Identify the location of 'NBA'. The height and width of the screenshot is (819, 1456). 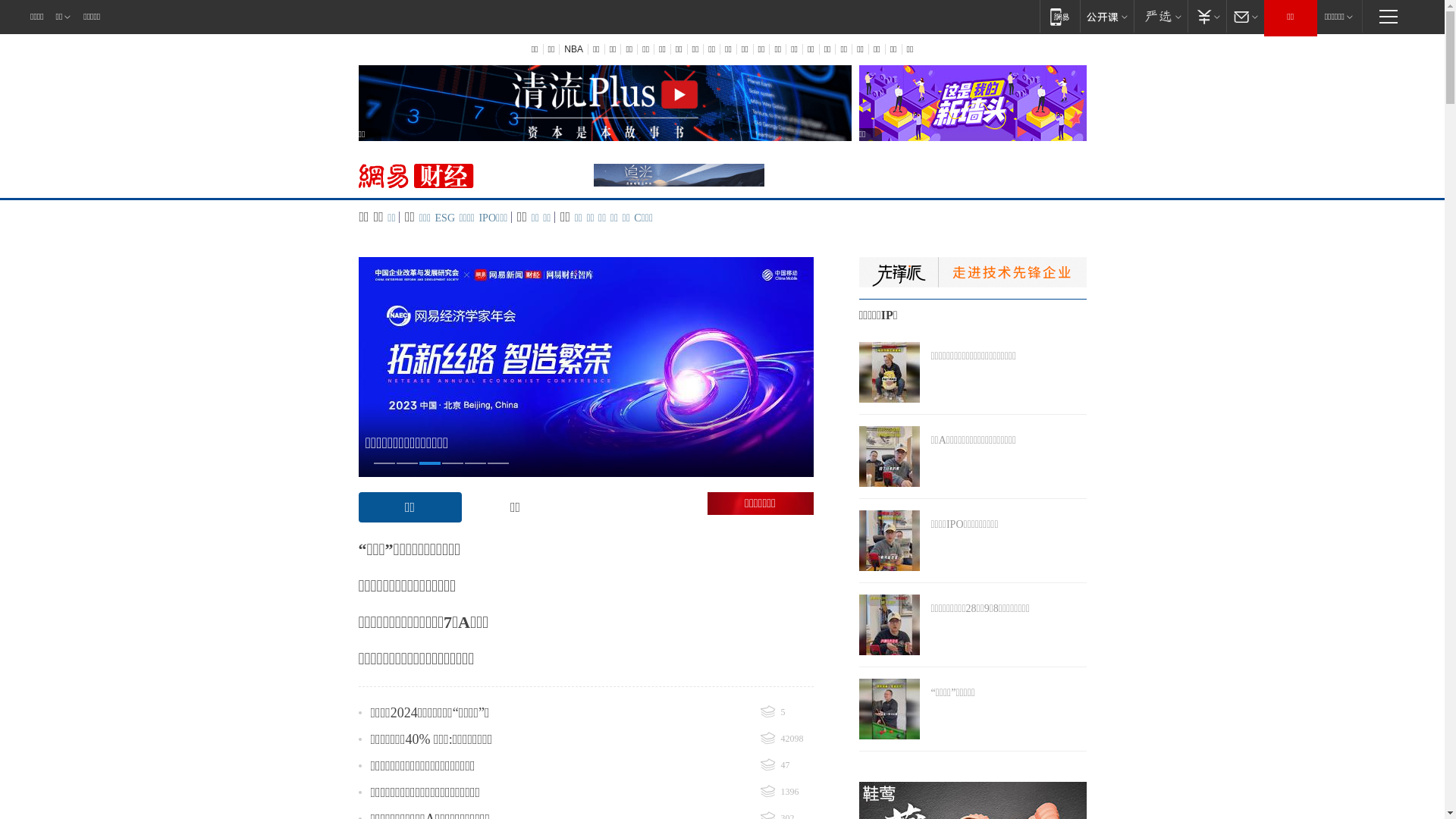
(558, 49).